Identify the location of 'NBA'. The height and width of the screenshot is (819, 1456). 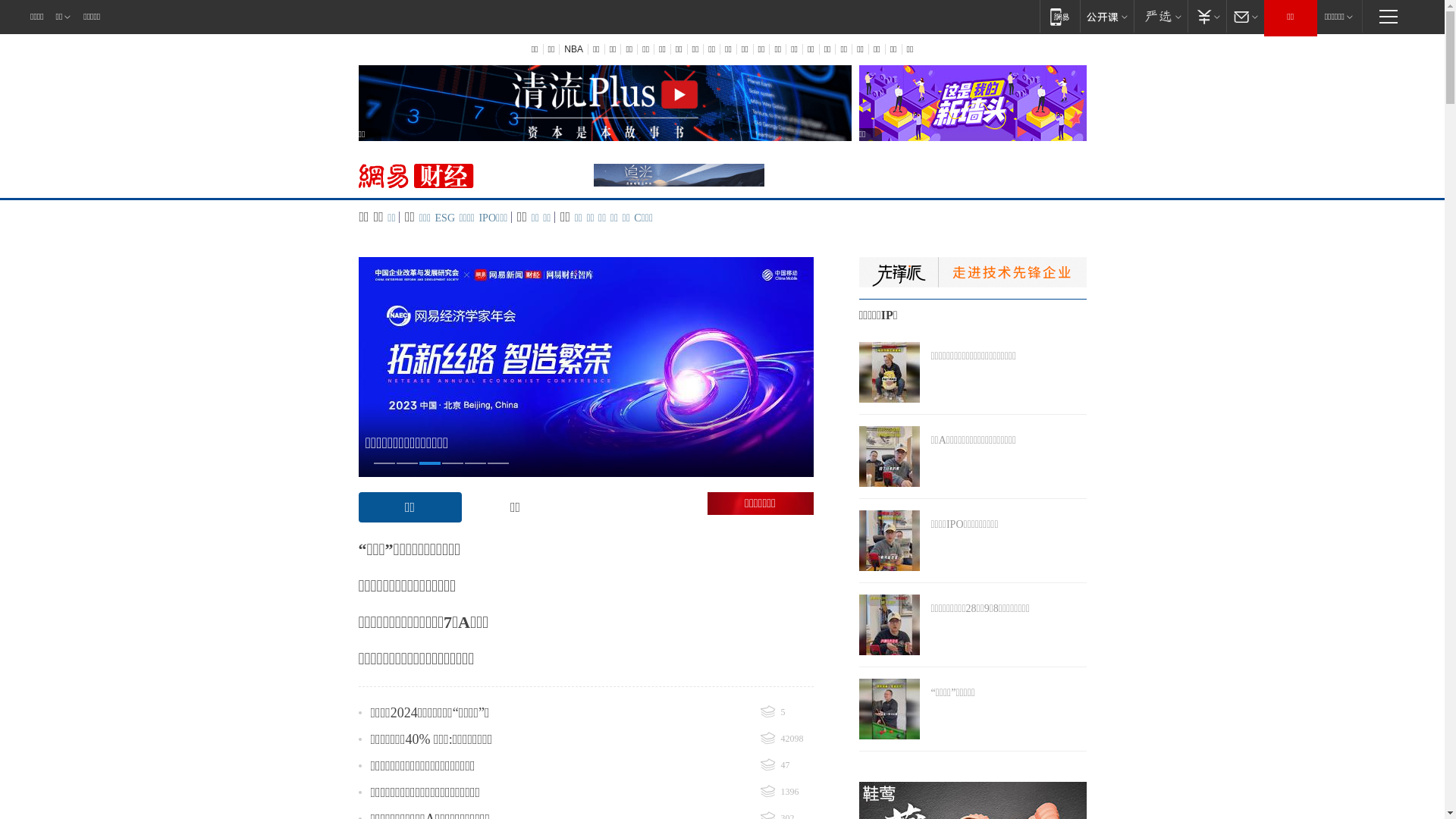
(558, 49).